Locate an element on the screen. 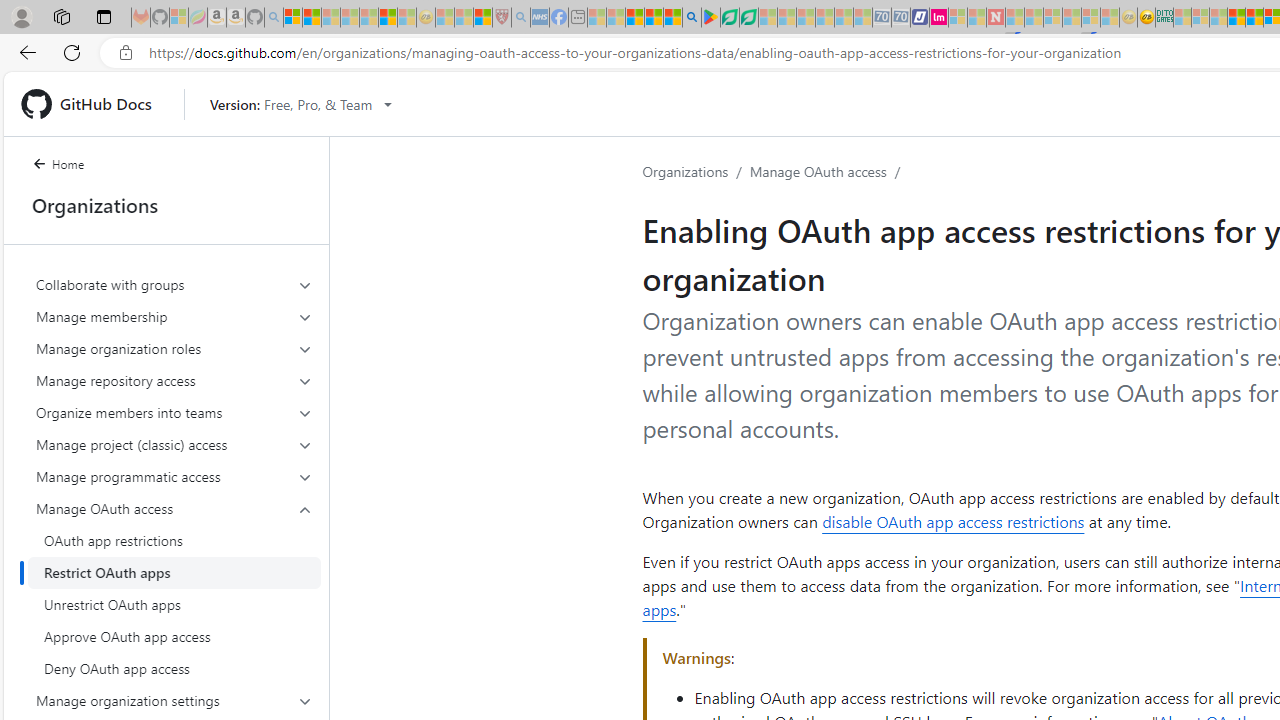  'The Weather Channel - MSN - Sleeping' is located at coordinates (331, 17).